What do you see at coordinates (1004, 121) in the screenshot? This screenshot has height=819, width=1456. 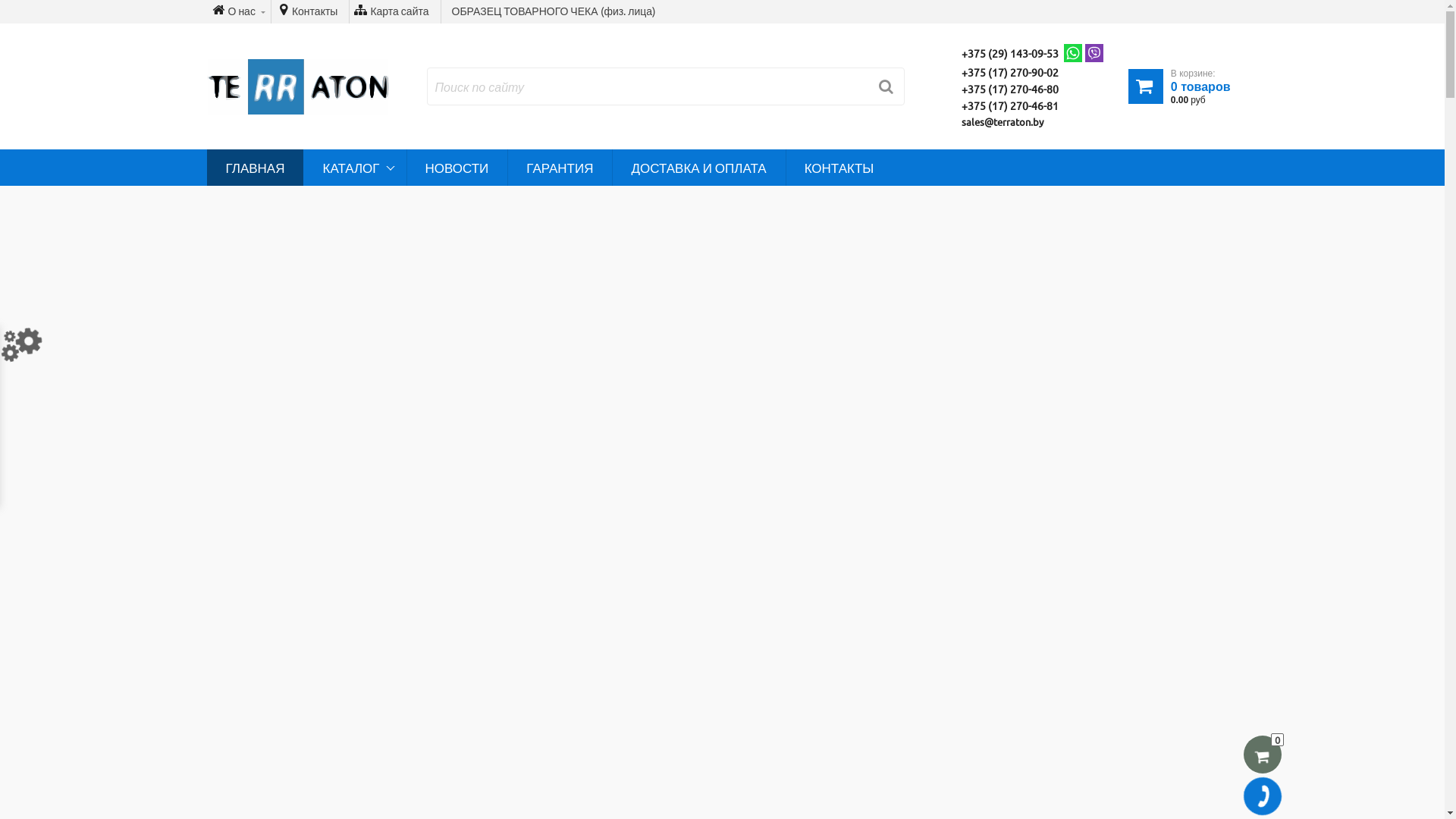 I see `'sales@terraton.by'` at bounding box center [1004, 121].